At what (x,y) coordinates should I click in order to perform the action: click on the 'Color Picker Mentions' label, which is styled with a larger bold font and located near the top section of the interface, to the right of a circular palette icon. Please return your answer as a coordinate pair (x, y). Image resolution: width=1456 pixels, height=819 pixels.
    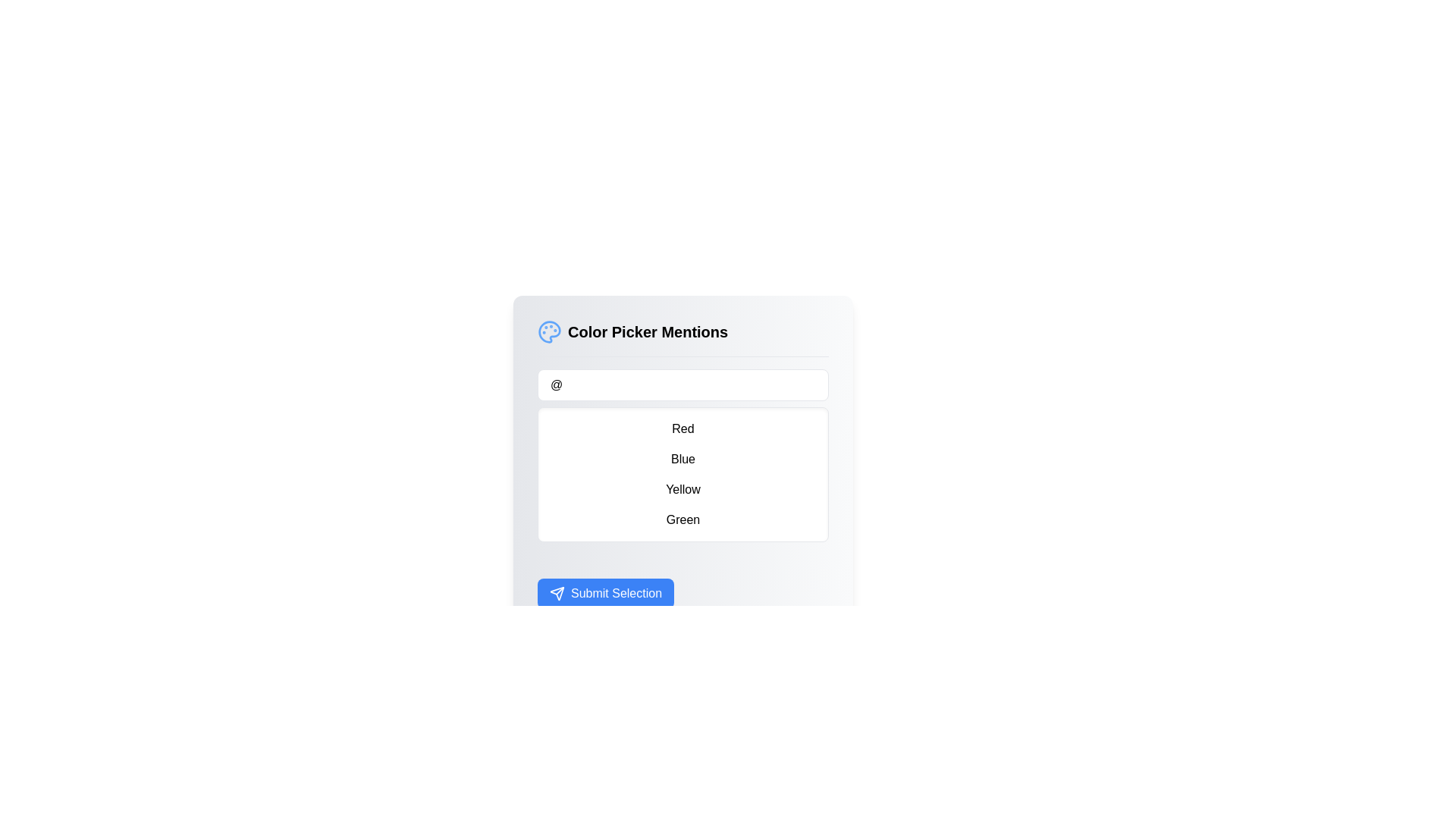
    Looking at the image, I should click on (648, 331).